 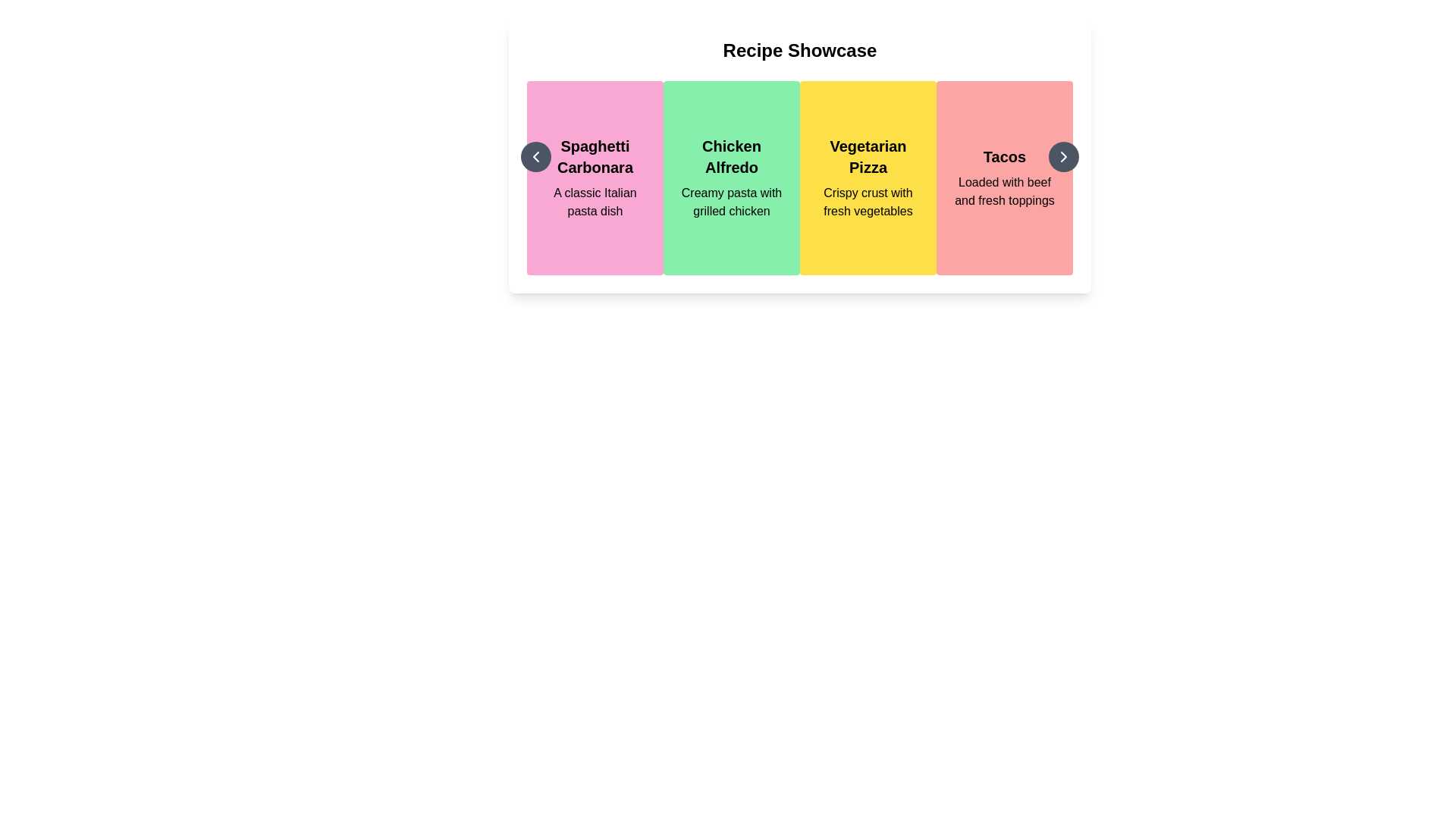 What do you see at coordinates (535, 157) in the screenshot?
I see `the leftward-facing chevron icon button, which is styled with a rounded black background` at bounding box center [535, 157].